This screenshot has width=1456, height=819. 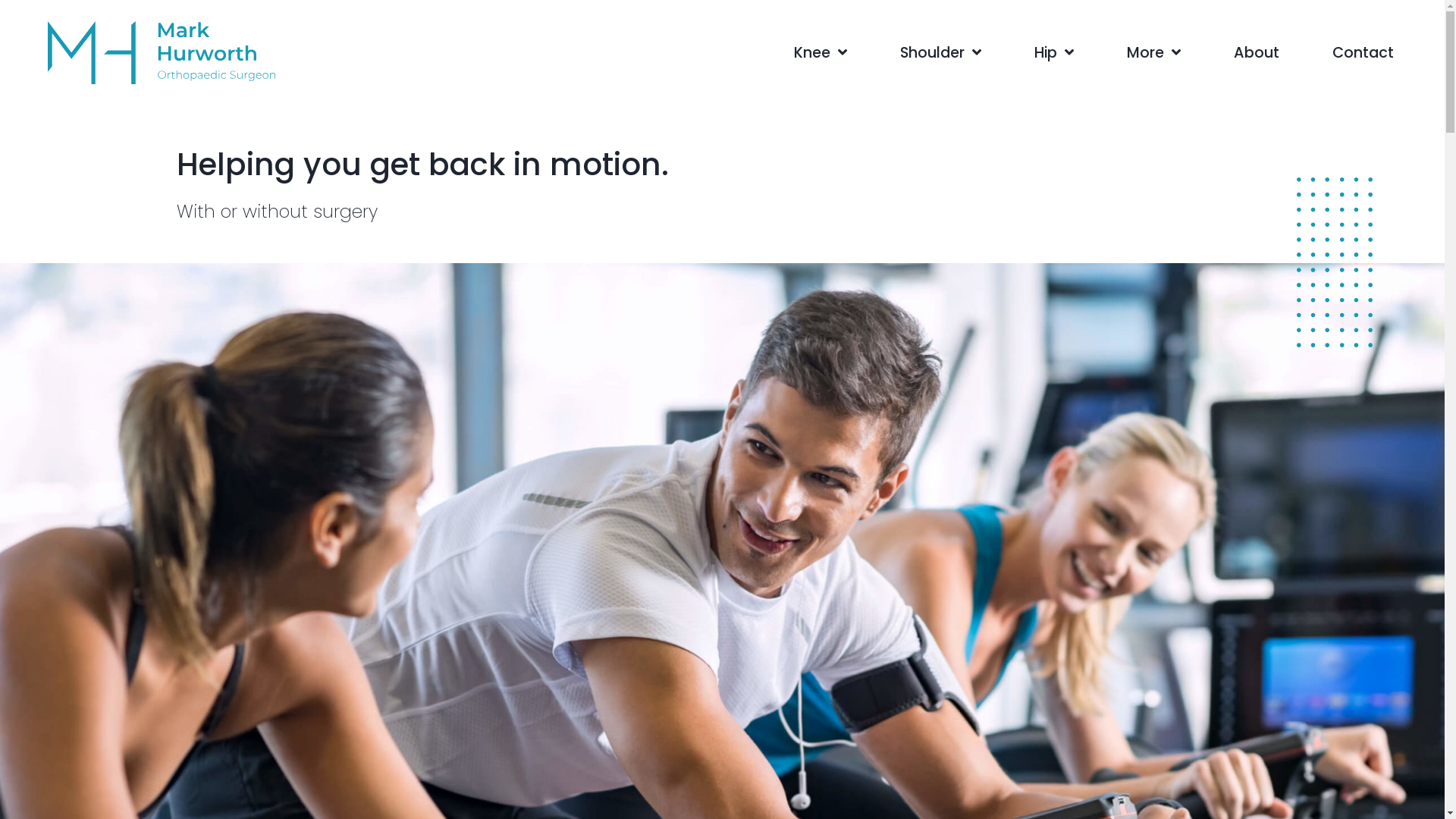 What do you see at coordinates (940, 52) in the screenshot?
I see `'Shoulder'` at bounding box center [940, 52].